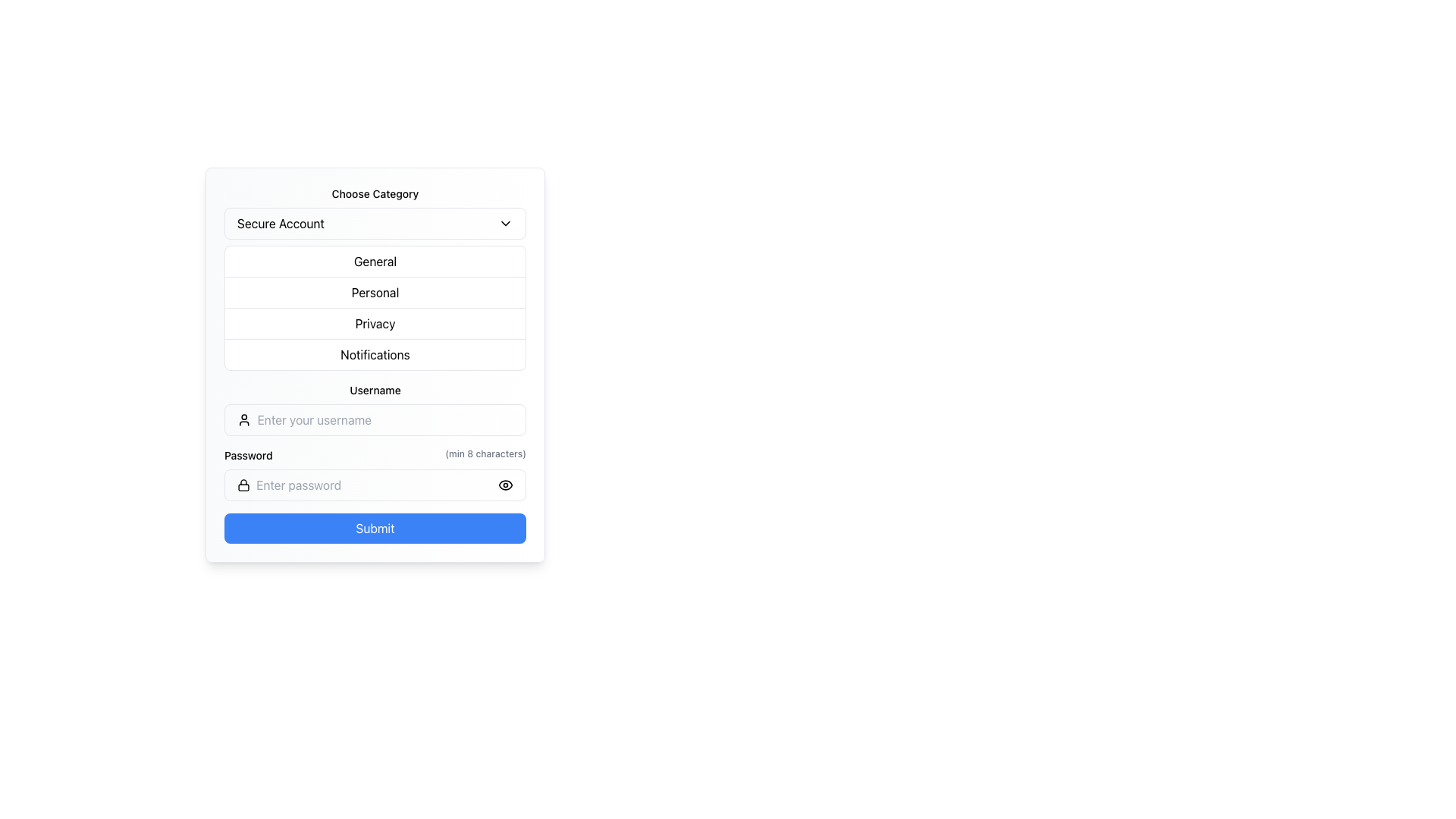 Image resolution: width=1456 pixels, height=819 pixels. I want to click on the visibility toggler button for the password input field, so click(506, 485).